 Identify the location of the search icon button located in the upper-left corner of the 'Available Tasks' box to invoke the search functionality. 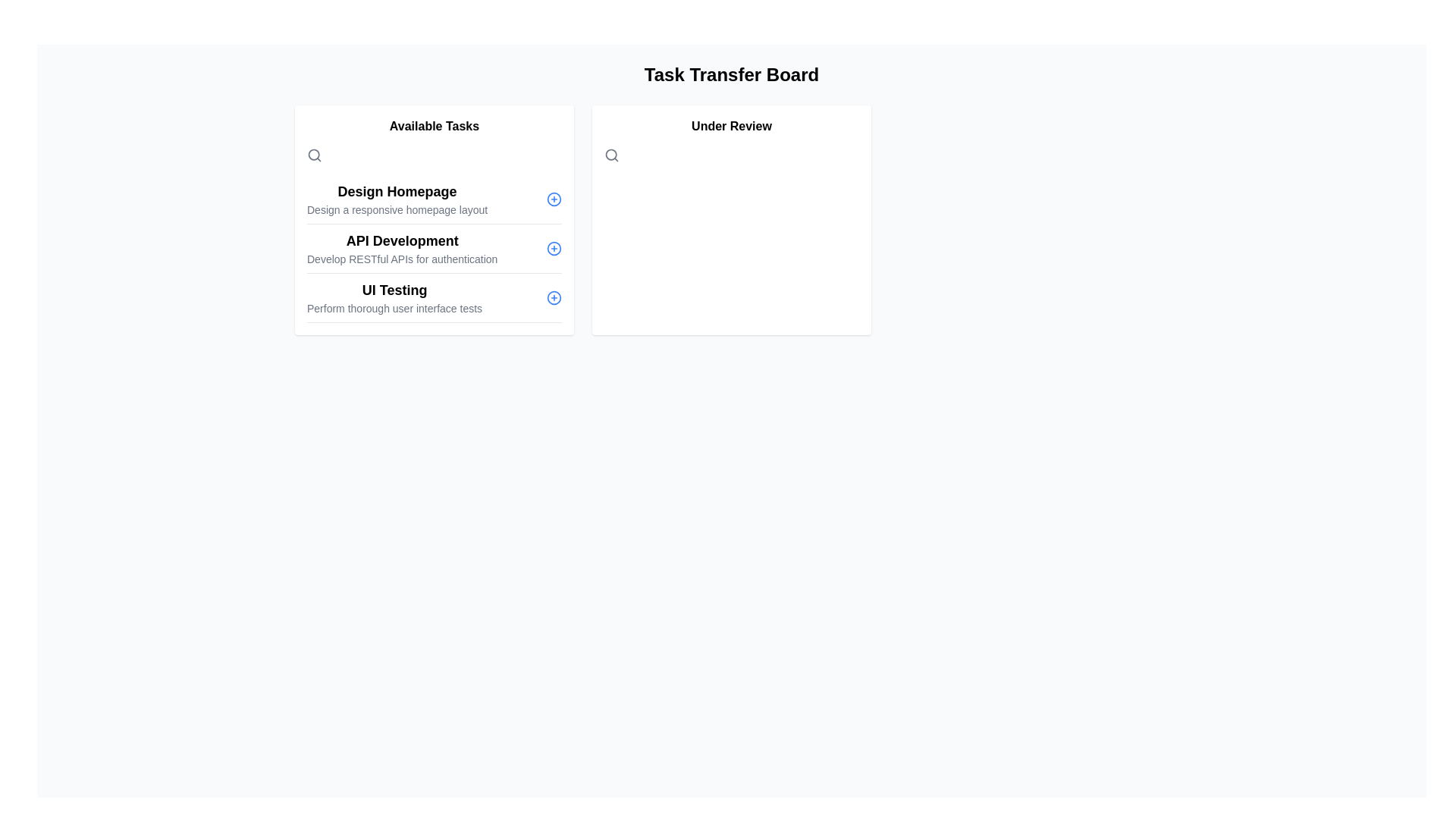
(313, 155).